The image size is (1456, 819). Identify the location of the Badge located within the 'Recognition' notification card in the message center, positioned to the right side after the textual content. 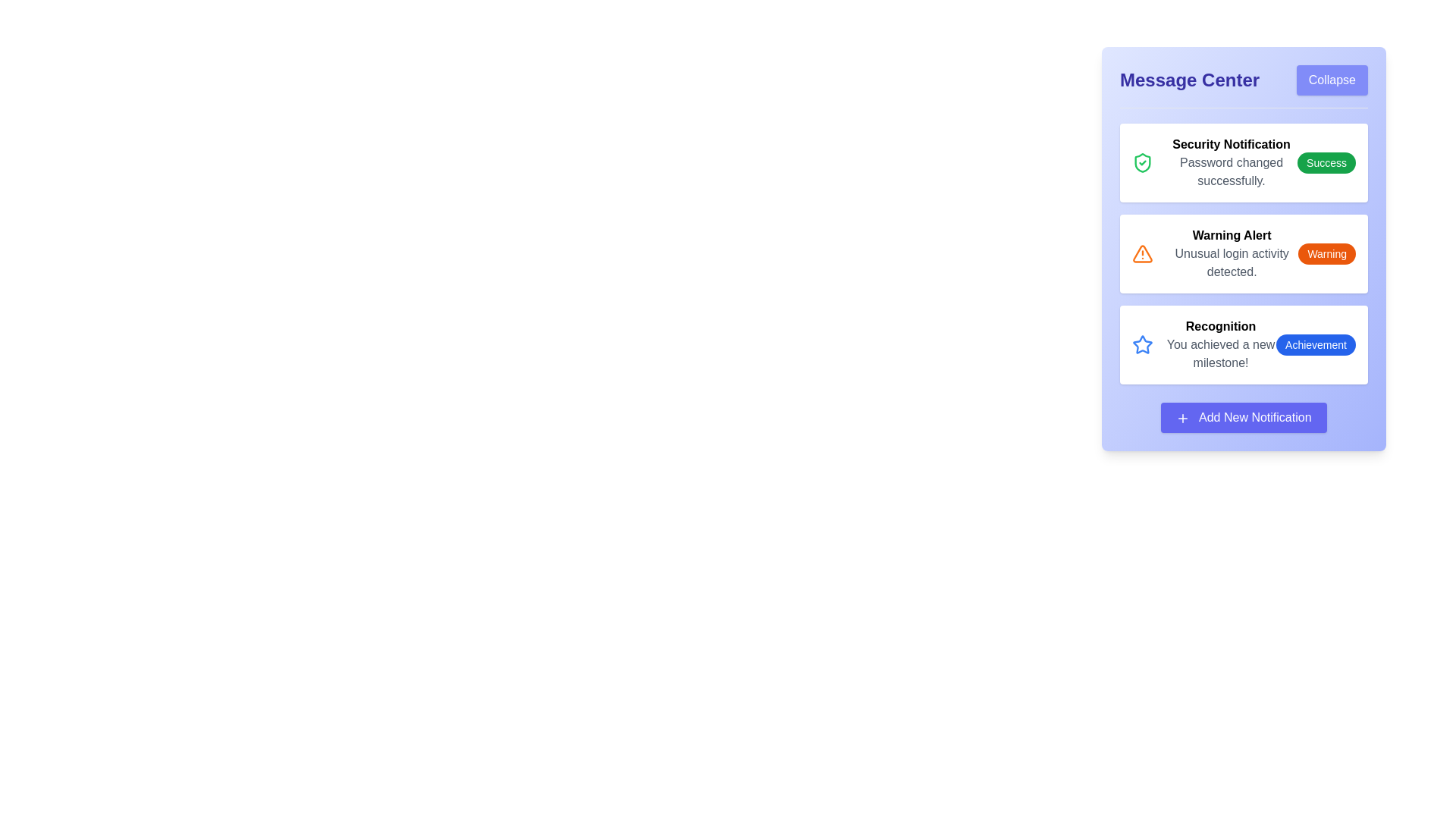
(1315, 345).